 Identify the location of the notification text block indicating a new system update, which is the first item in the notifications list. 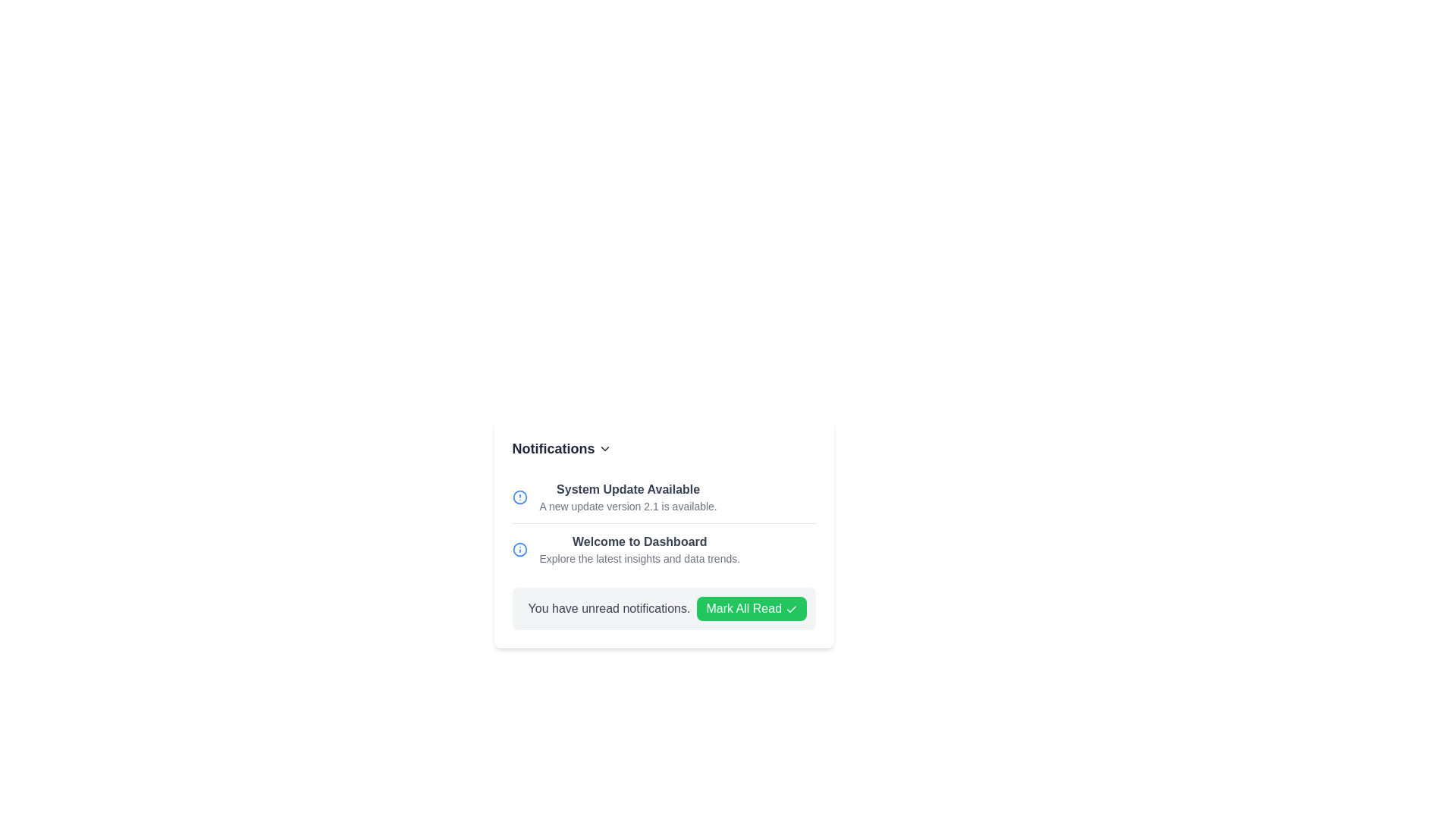
(664, 497).